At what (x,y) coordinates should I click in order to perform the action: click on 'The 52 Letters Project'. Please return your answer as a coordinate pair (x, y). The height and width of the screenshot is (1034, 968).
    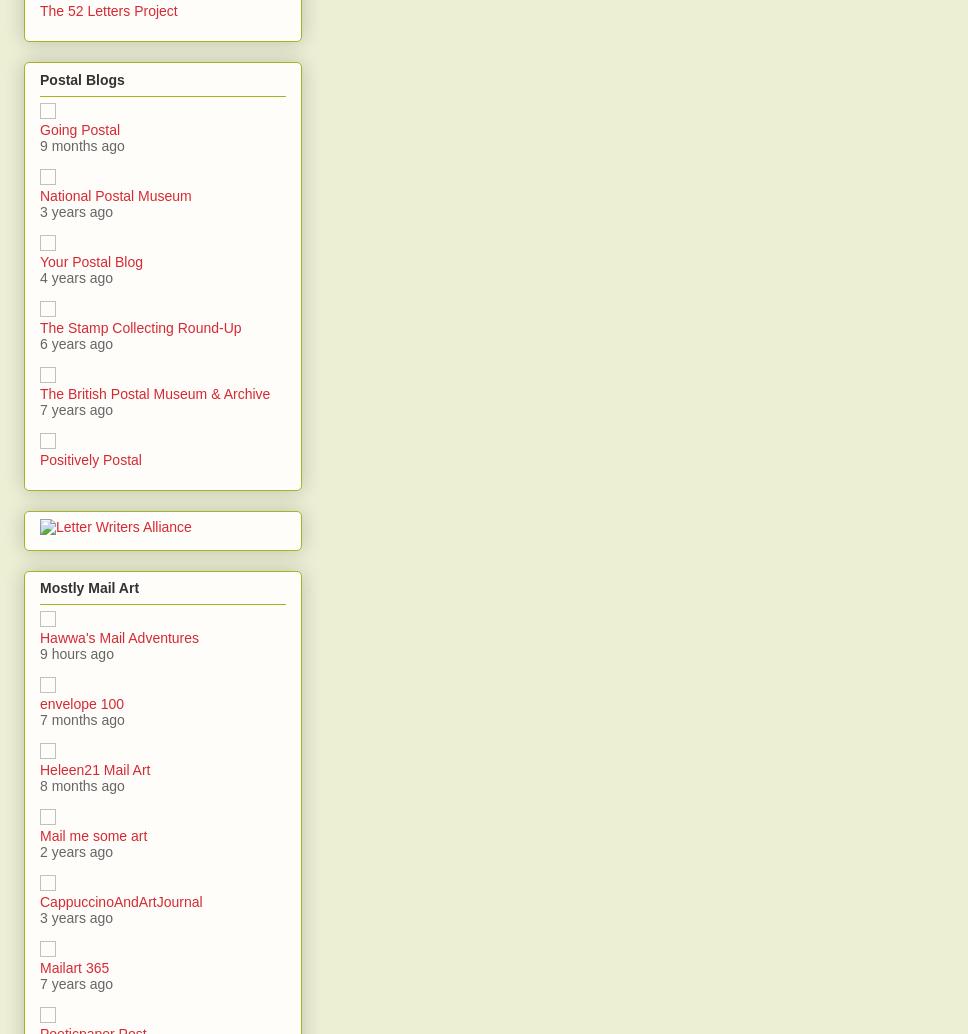
    Looking at the image, I should click on (108, 10).